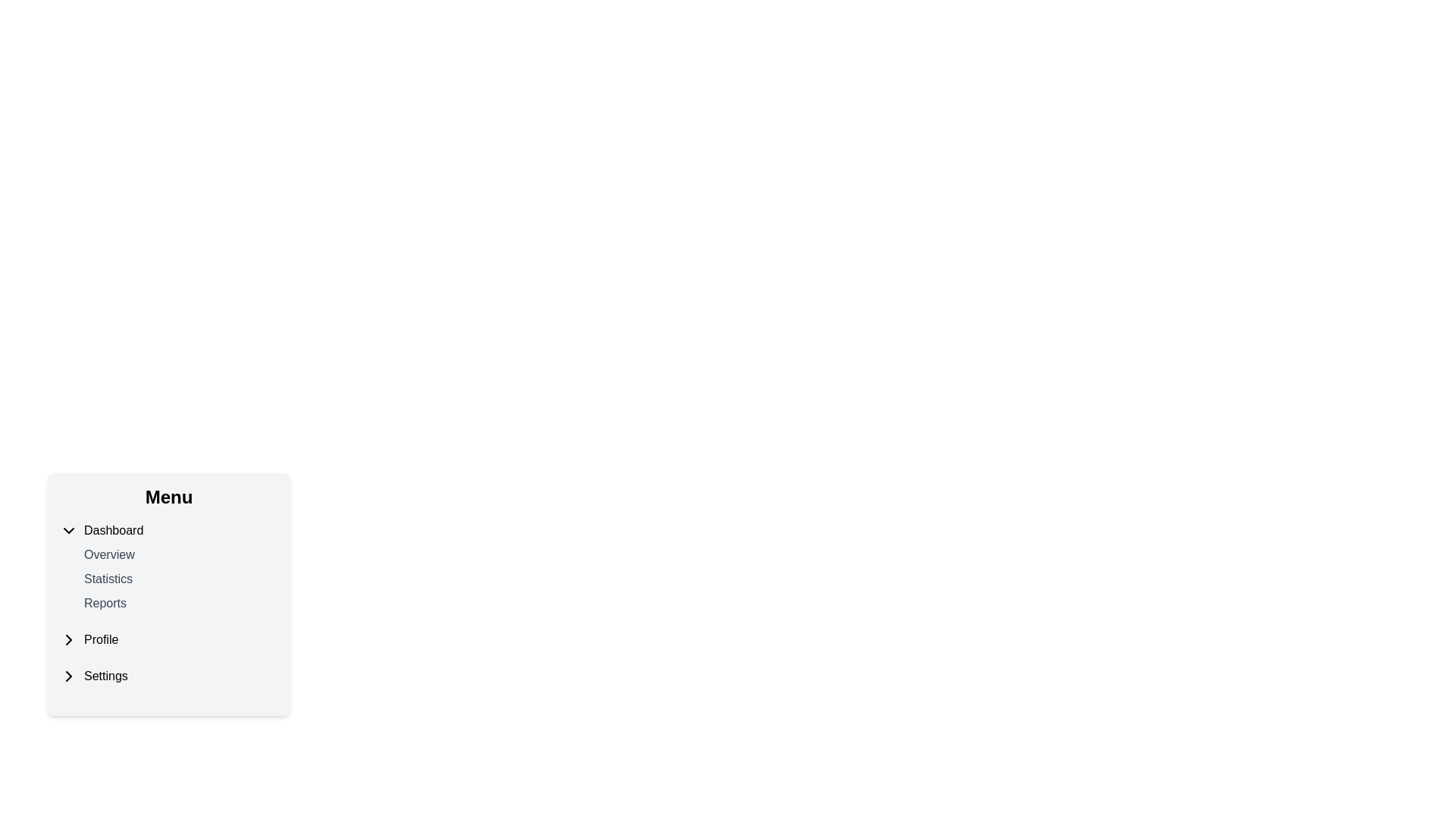 This screenshot has width=1456, height=819. What do you see at coordinates (100, 640) in the screenshot?
I see `the 'Profile' text label in the vertical navigation menu, which is the second item from the left under the 'Menu' heading` at bounding box center [100, 640].